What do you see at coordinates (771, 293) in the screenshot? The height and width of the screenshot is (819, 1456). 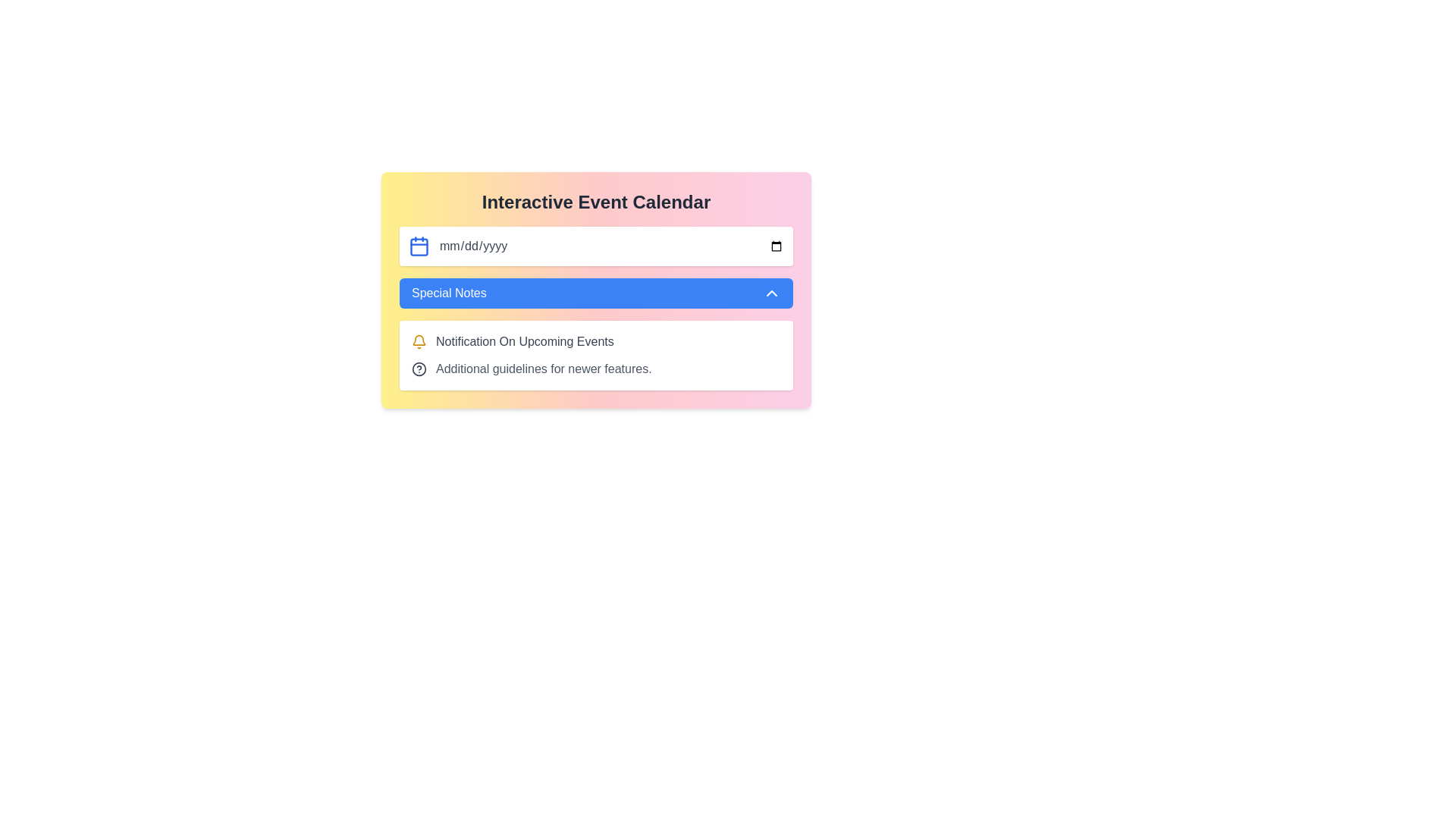 I see `the upward-facing chevron icon located within the 'Special Notes' button, which is styled as a minimalistic SVG graphic and positioned to the right end of the button` at bounding box center [771, 293].